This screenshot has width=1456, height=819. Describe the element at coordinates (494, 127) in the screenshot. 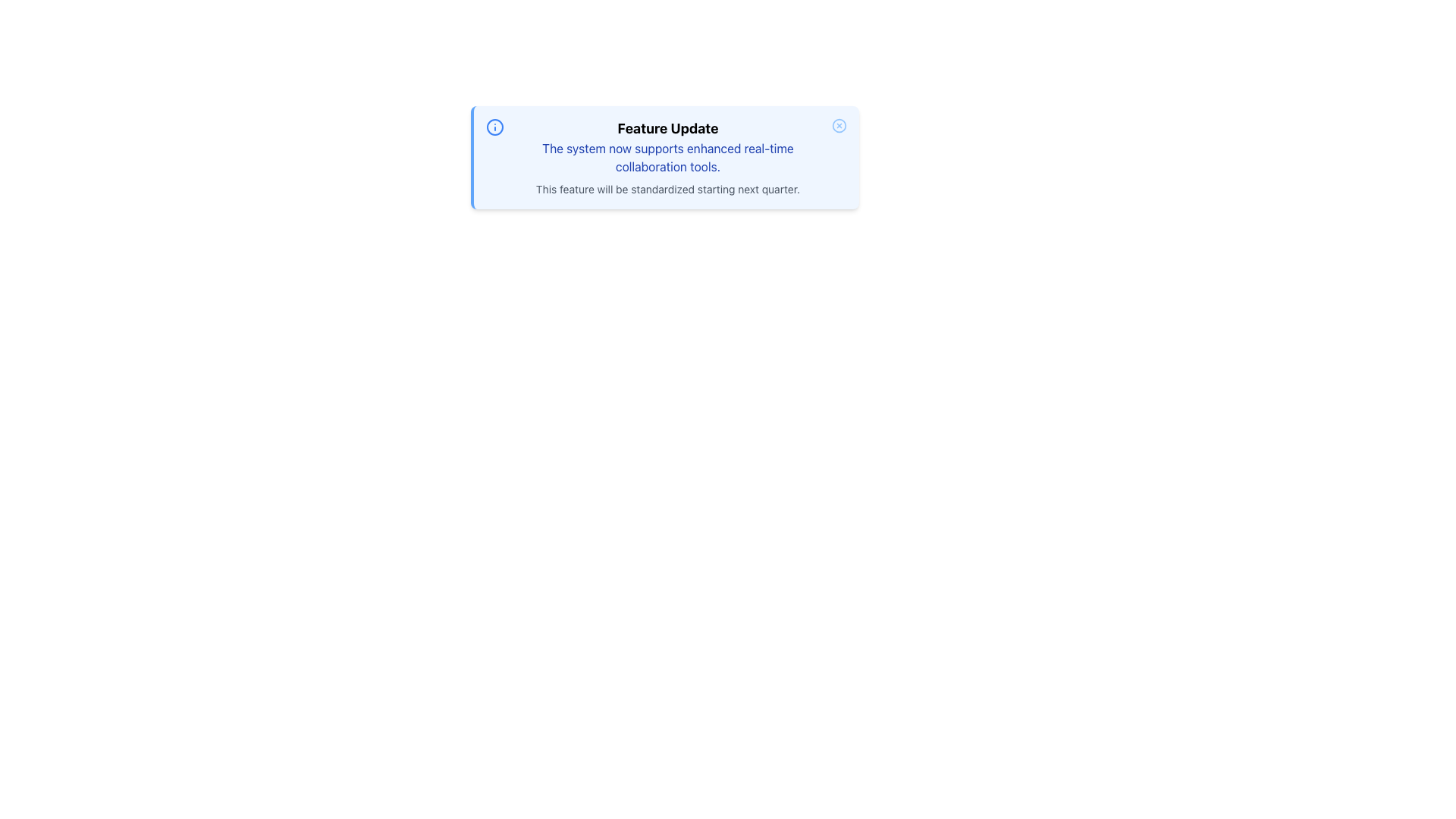

I see `the SVG circle icon located in the upper-left corner of the notification box with blue borders` at that location.